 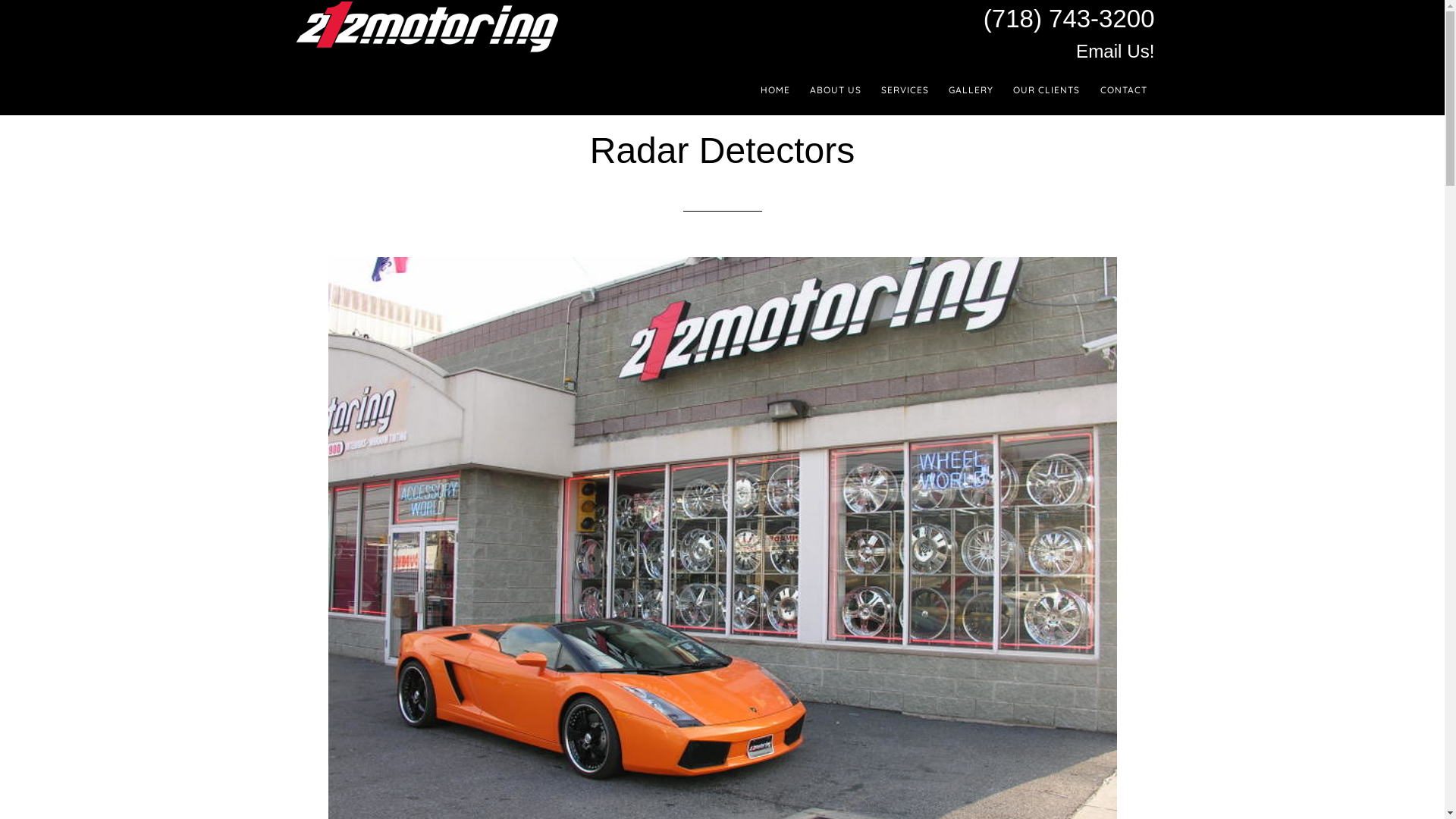 I want to click on 'SERVICES', so click(x=905, y=90).